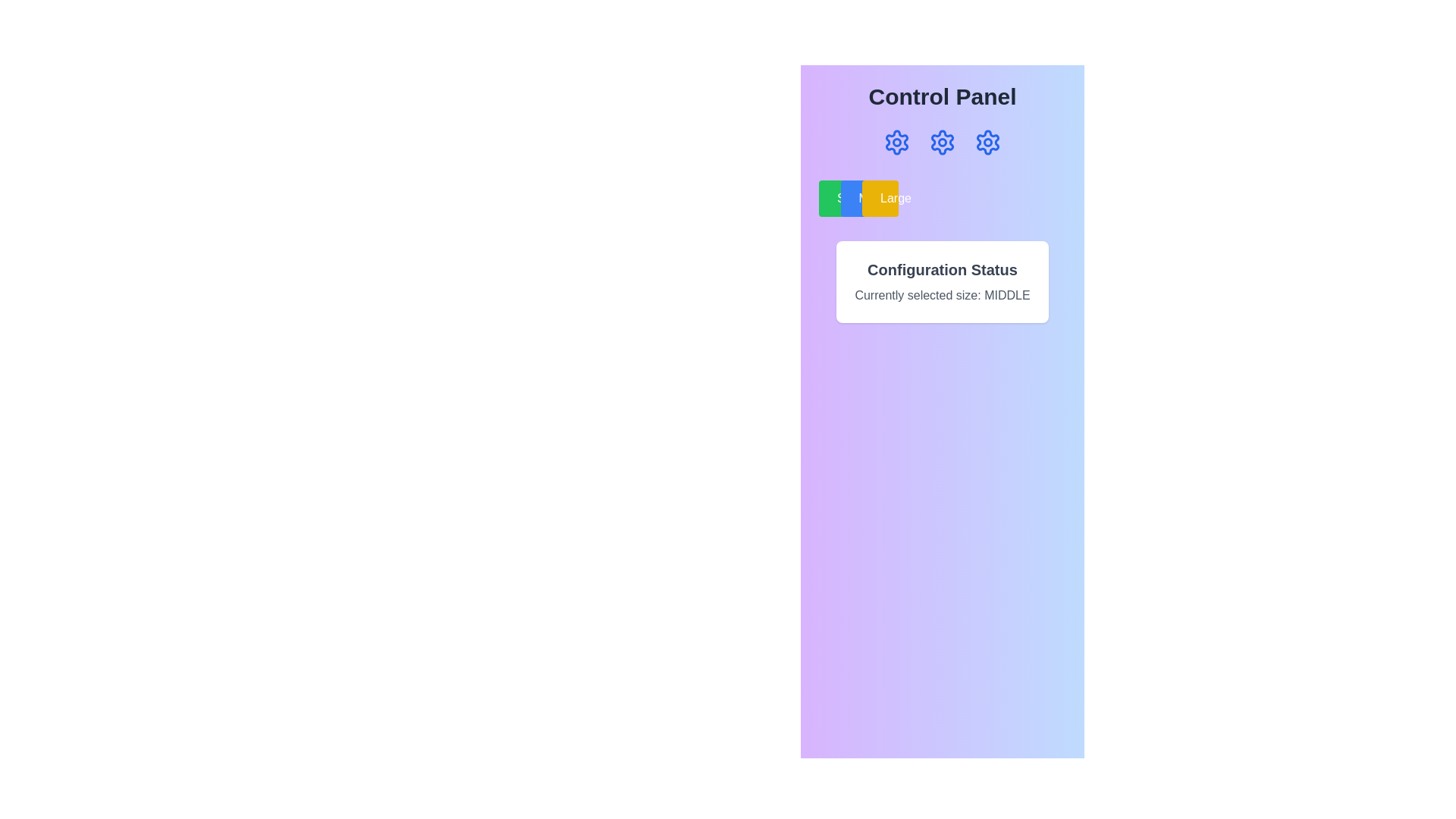 The image size is (1456, 819). Describe the element at coordinates (942, 281) in the screenshot. I see `the informational card that indicates the current configuration state and size option selected, which is located below the buttons labeled 'Small', 'Middle', and 'Large' in the 'Control Panel'` at that location.